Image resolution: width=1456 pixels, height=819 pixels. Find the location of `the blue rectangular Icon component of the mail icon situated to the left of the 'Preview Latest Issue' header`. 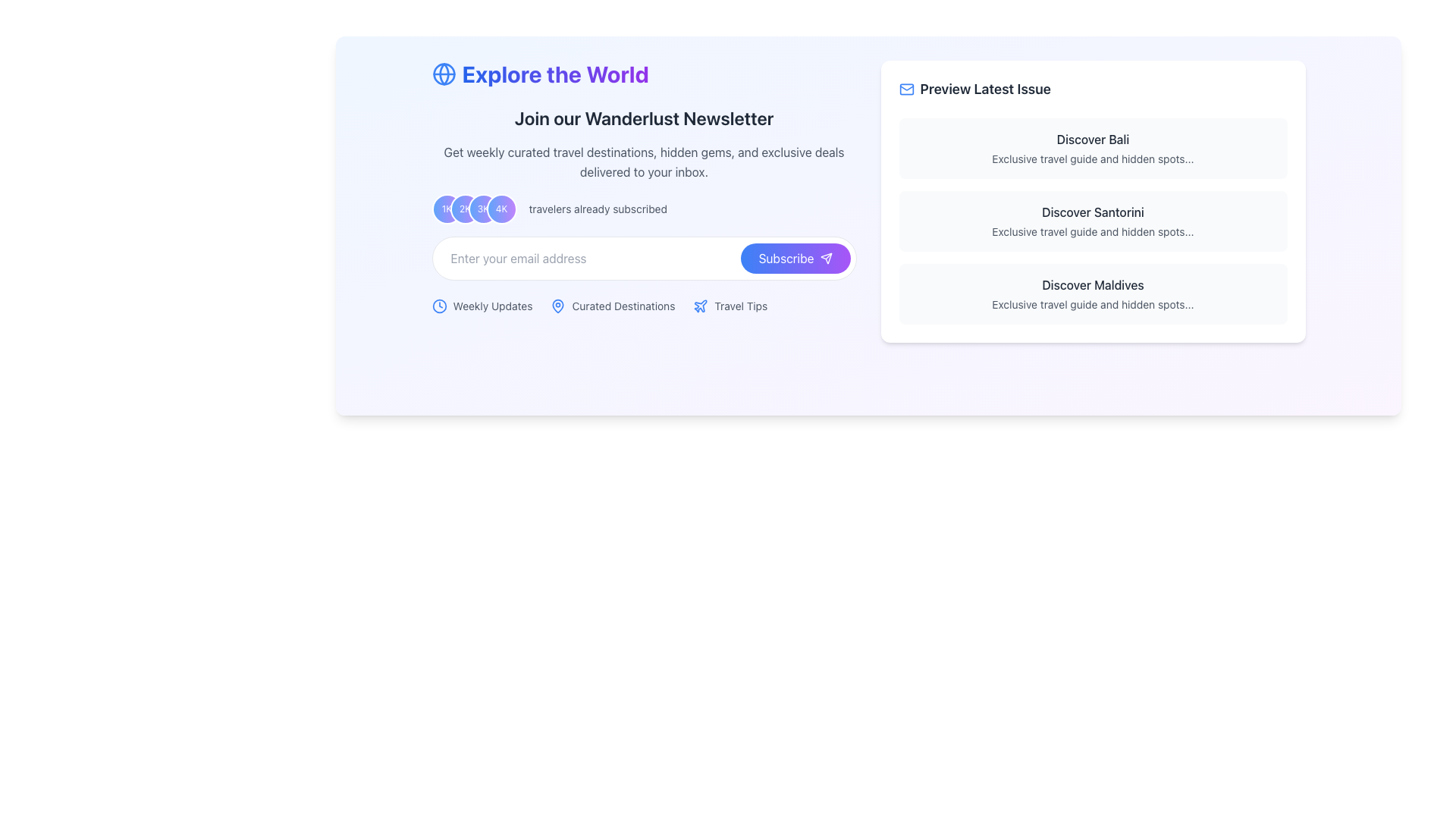

the blue rectangular Icon component of the mail icon situated to the left of the 'Preview Latest Issue' header is located at coordinates (906, 89).